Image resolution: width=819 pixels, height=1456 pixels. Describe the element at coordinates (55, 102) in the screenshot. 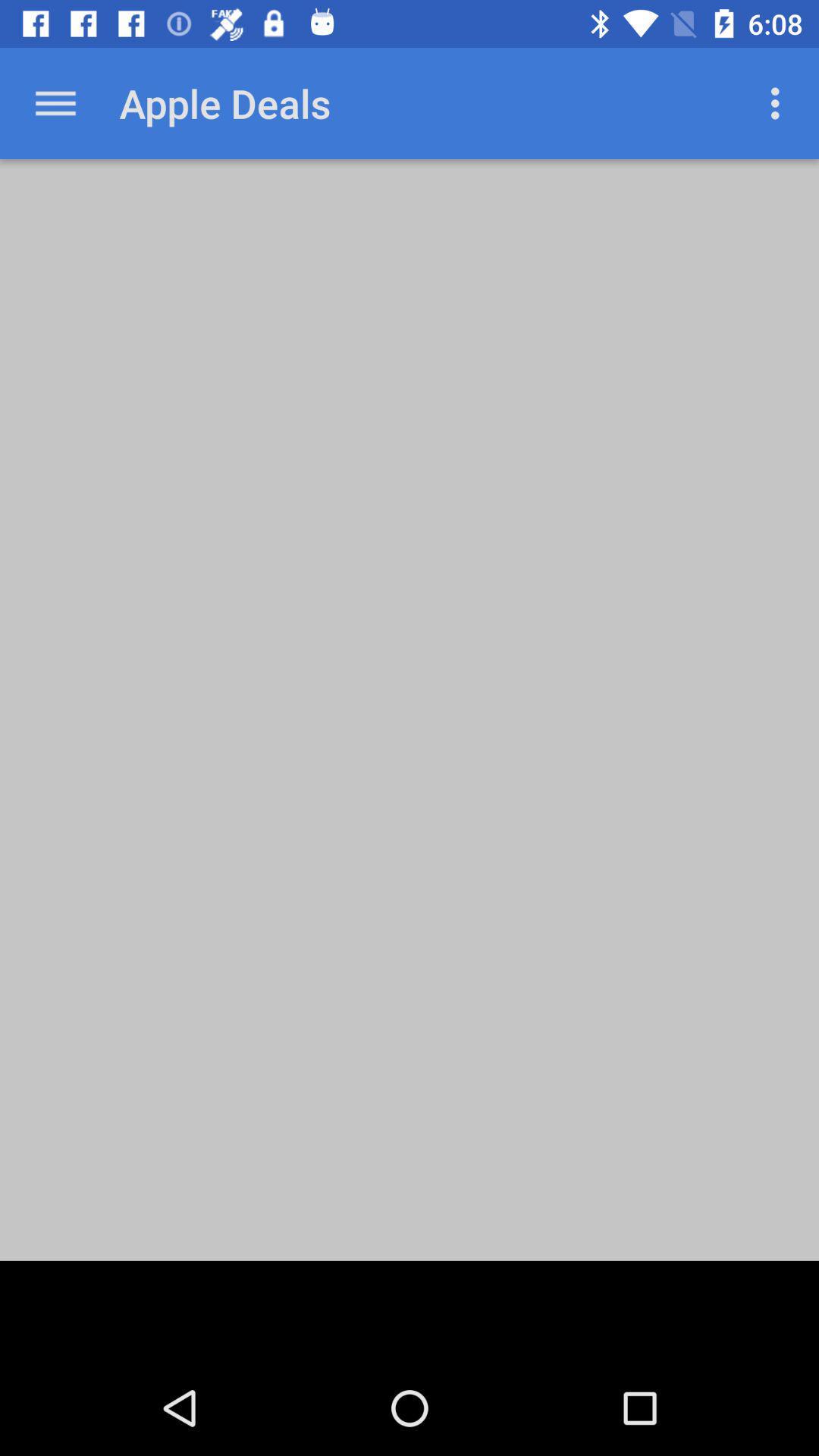

I see `app to the left of apple deals item` at that location.